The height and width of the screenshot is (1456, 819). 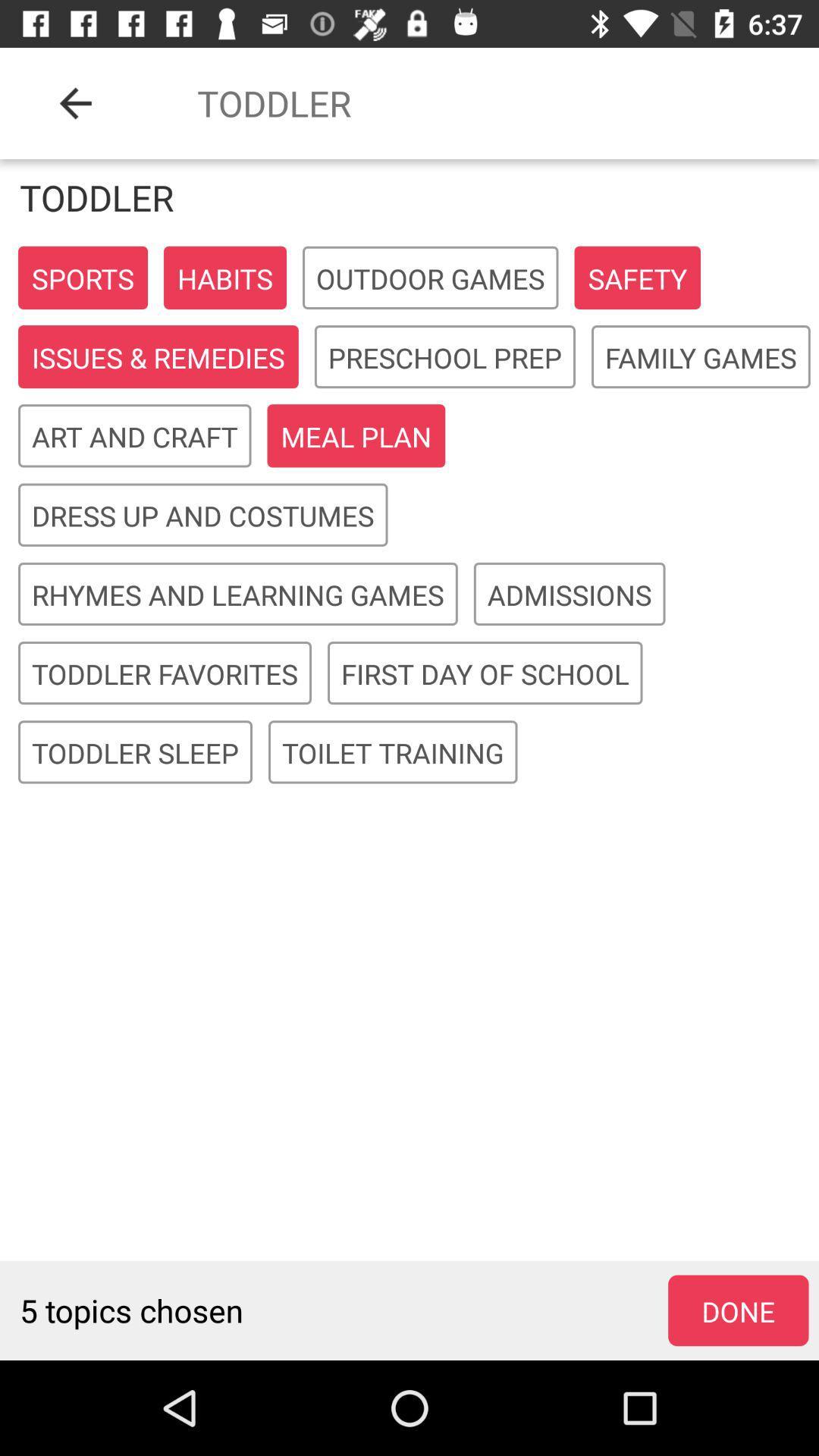 What do you see at coordinates (444, 356) in the screenshot?
I see `preschool prep icon` at bounding box center [444, 356].